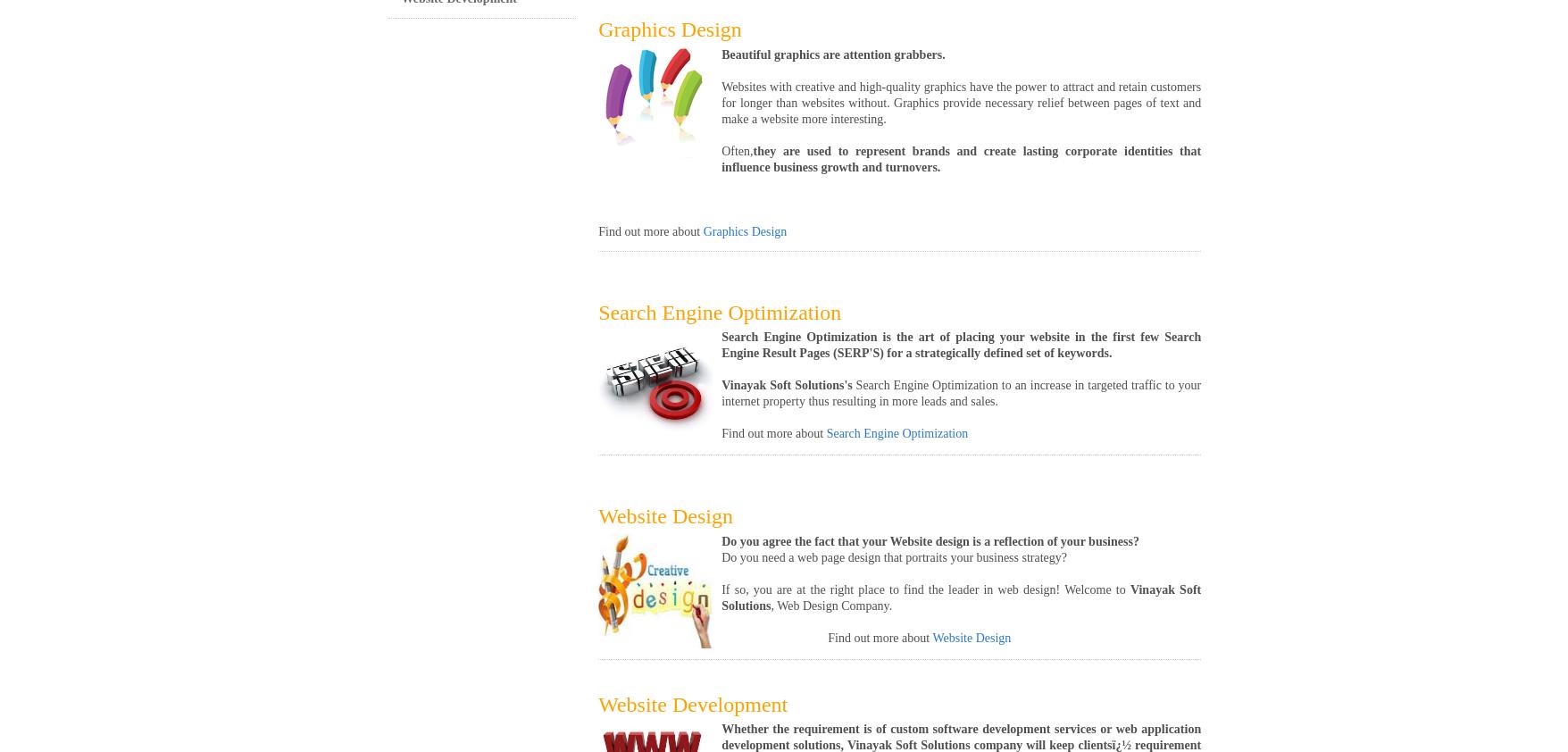 This screenshot has height=752, width=1568. What do you see at coordinates (691, 704) in the screenshot?
I see `'Website Development'` at bounding box center [691, 704].